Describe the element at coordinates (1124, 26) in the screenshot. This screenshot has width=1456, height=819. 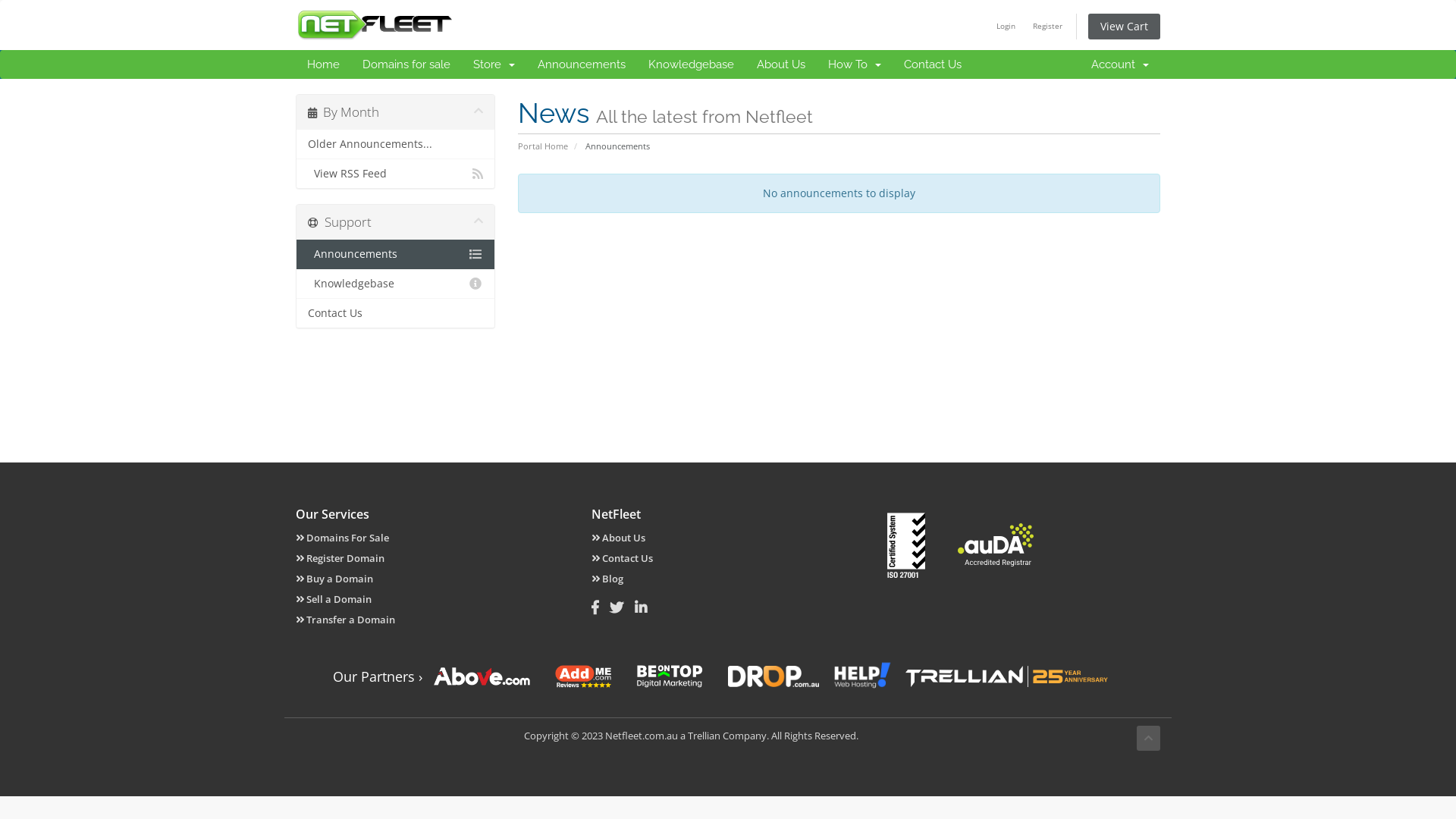
I see `'View Cart'` at that location.